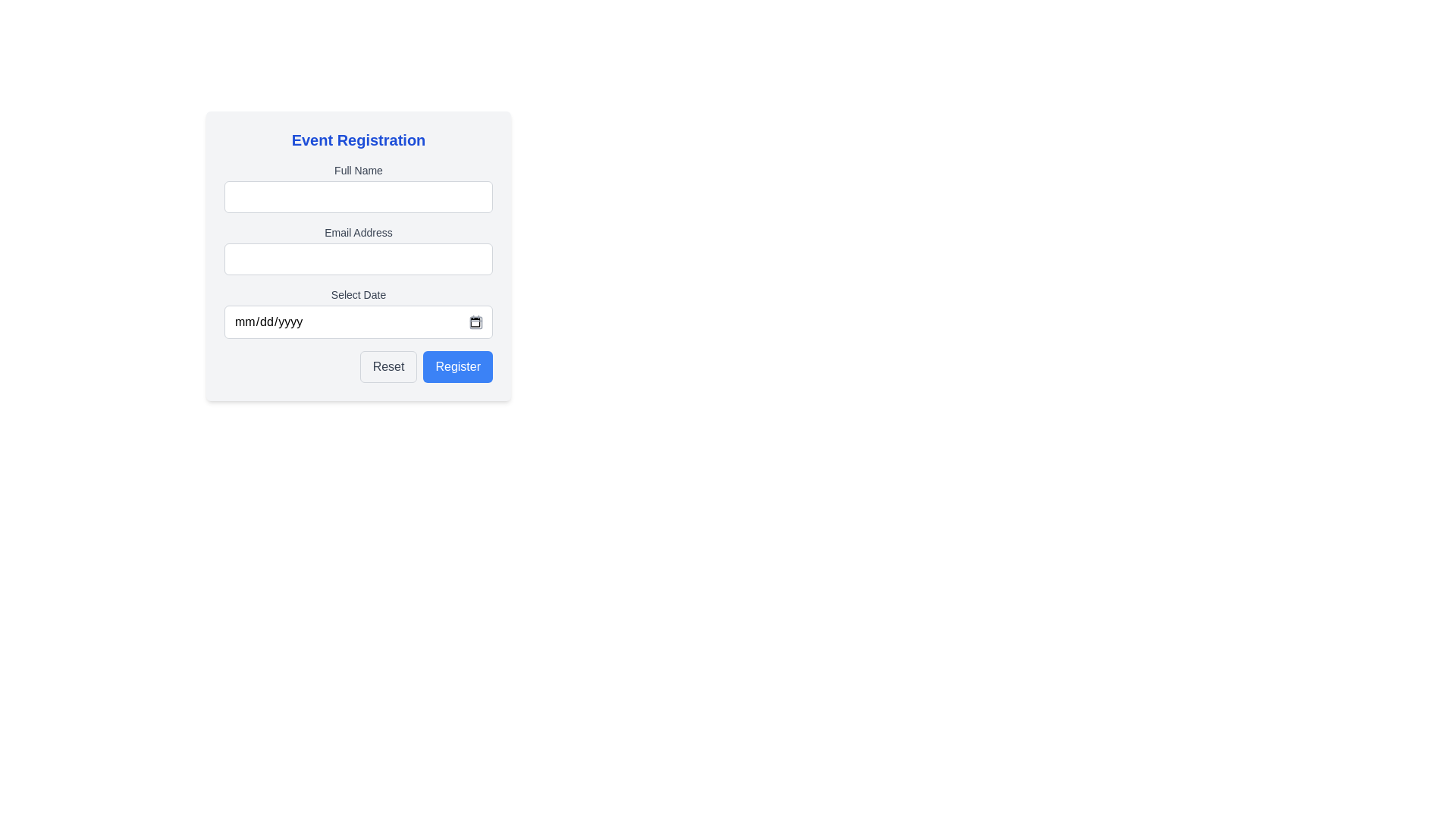 This screenshot has height=819, width=1456. I want to click on the label indicating the purpose of the date input field located above the date input field in the event registration form, so click(358, 295).